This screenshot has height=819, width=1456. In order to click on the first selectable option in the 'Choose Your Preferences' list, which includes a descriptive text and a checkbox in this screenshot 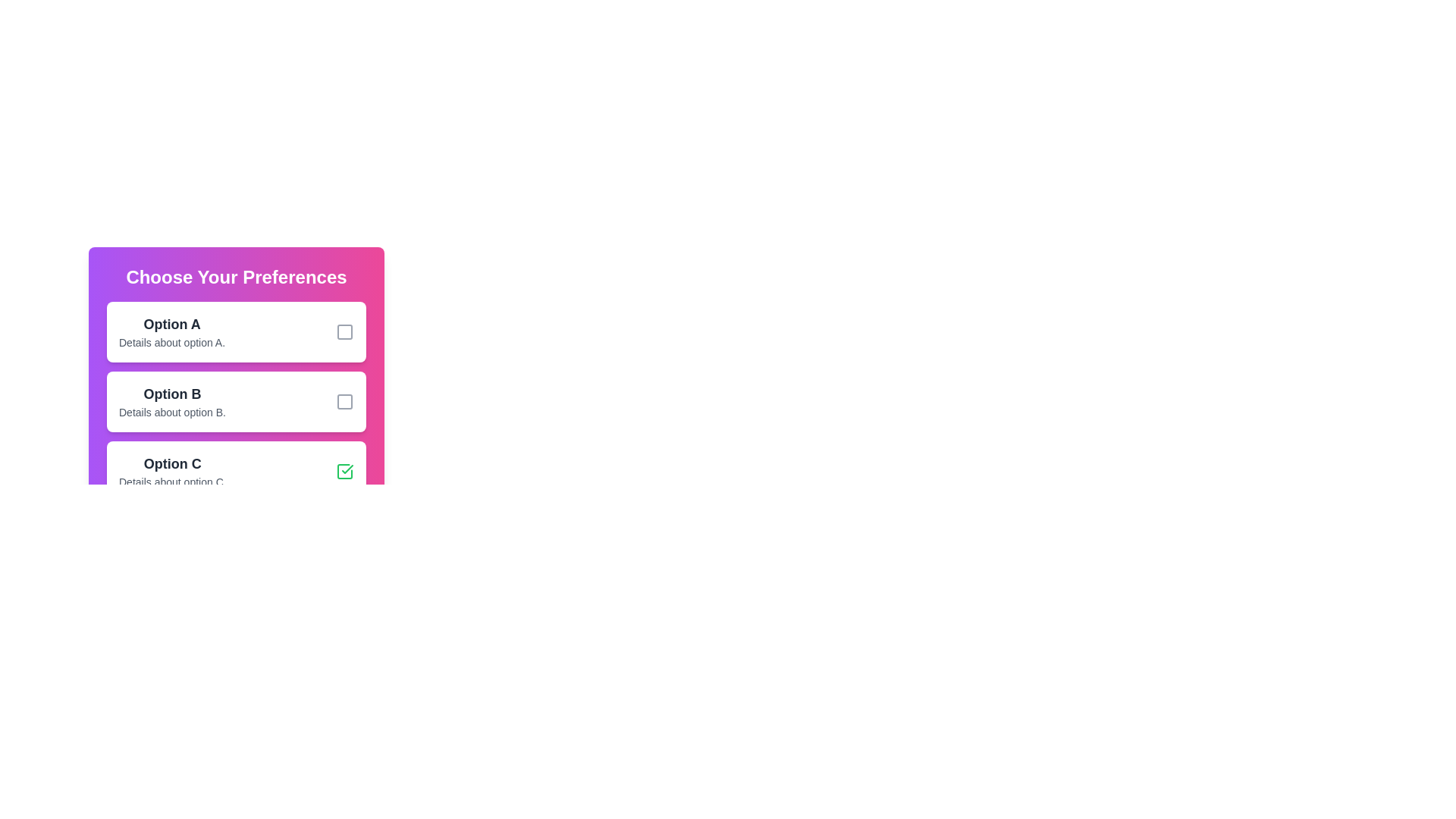, I will do `click(172, 331)`.